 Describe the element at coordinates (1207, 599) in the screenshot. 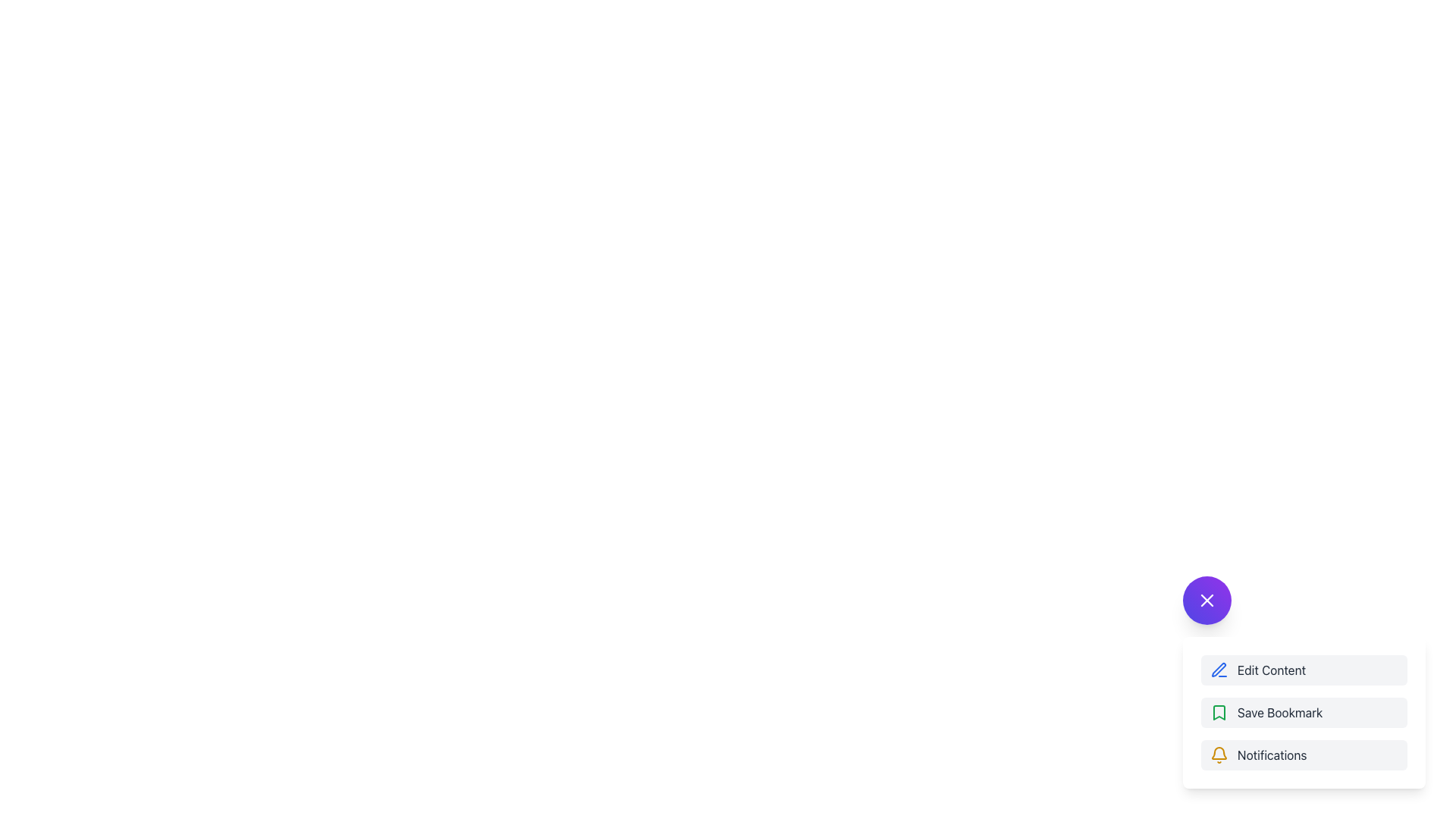

I see `the cross-shaped icon, which is centrally positioned inside a purple circular button` at that location.